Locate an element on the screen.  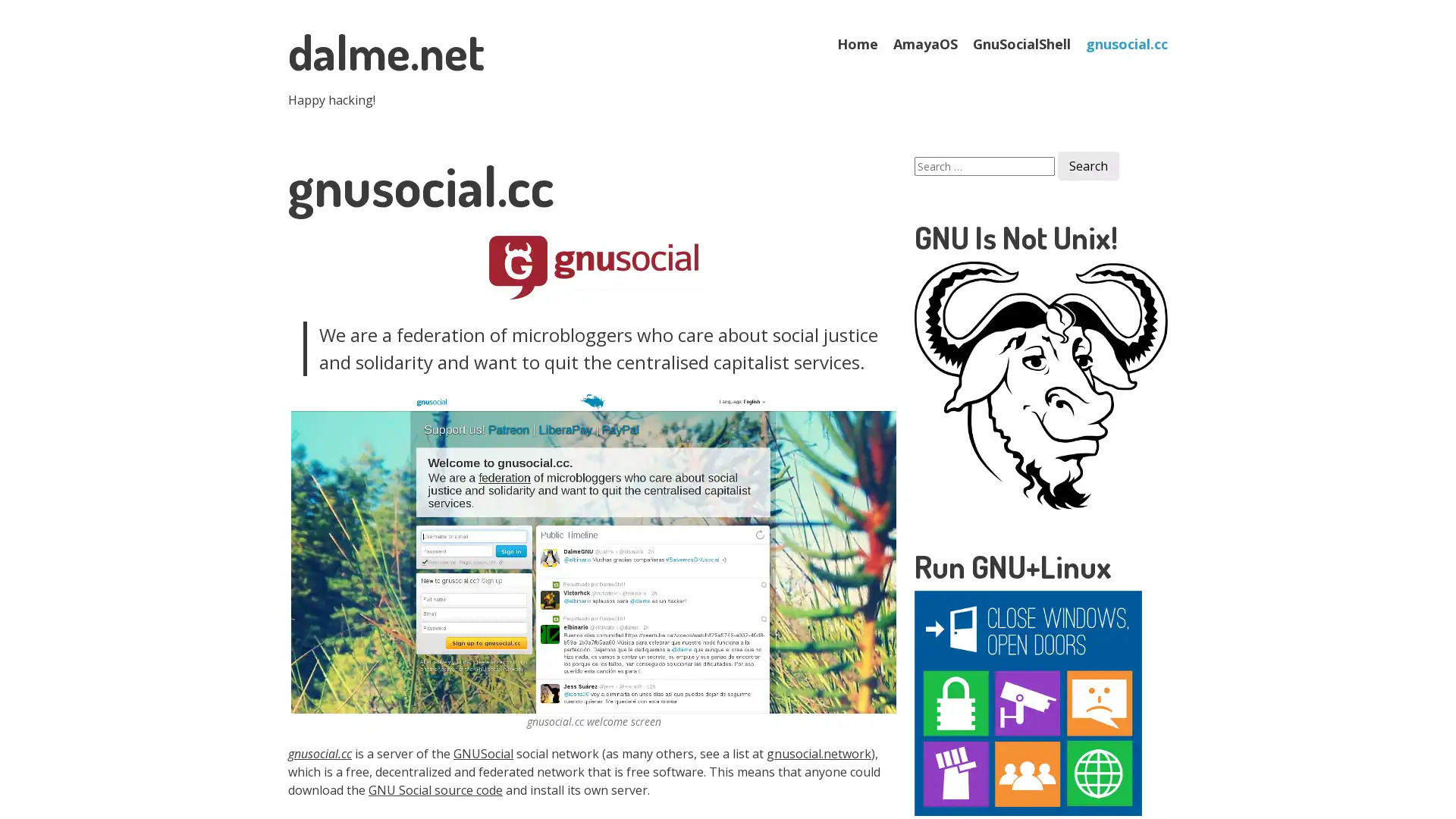
Search is located at coordinates (1087, 166).